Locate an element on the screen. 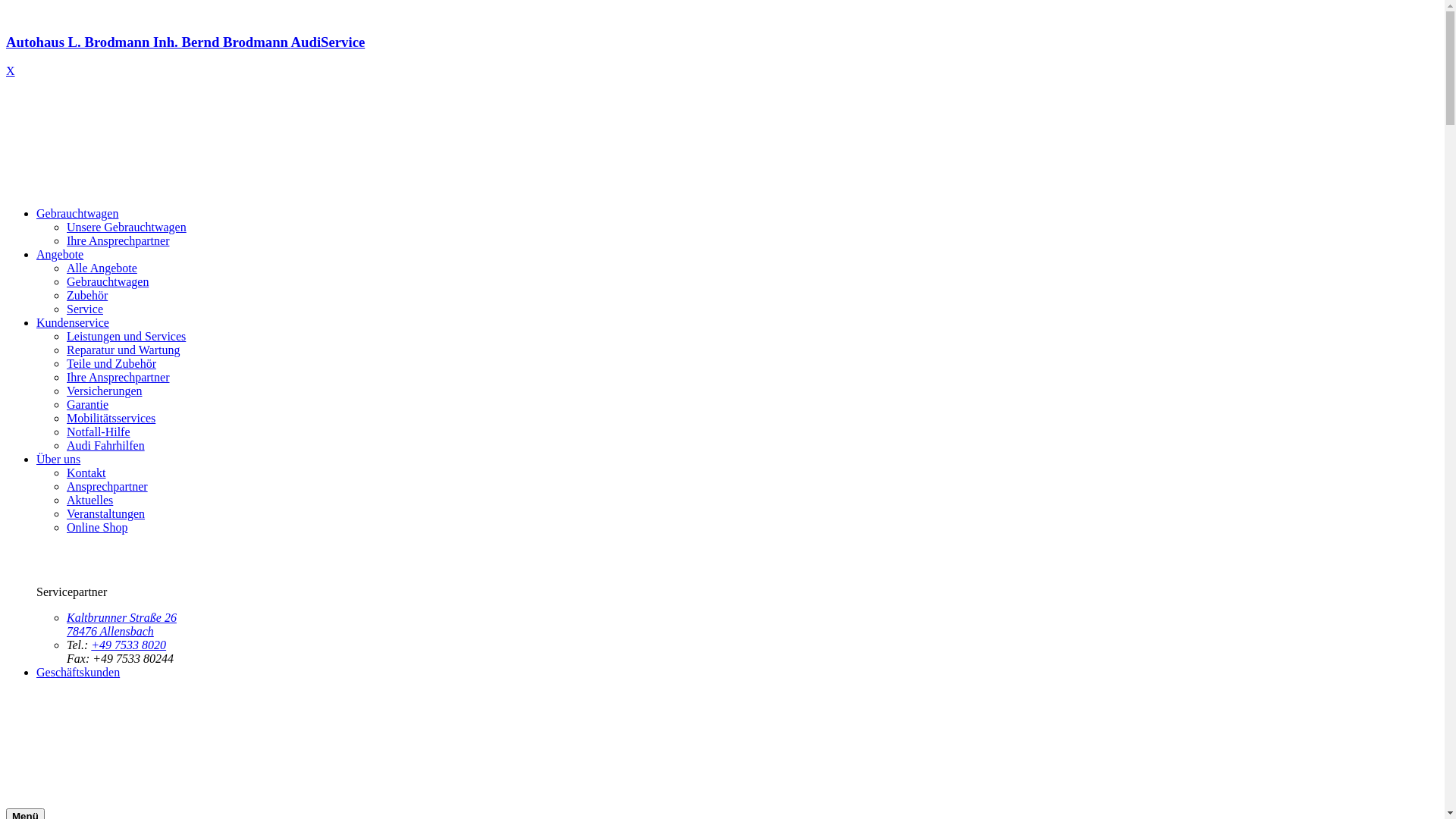  'Audi Fahrhilfen' is located at coordinates (65, 444).